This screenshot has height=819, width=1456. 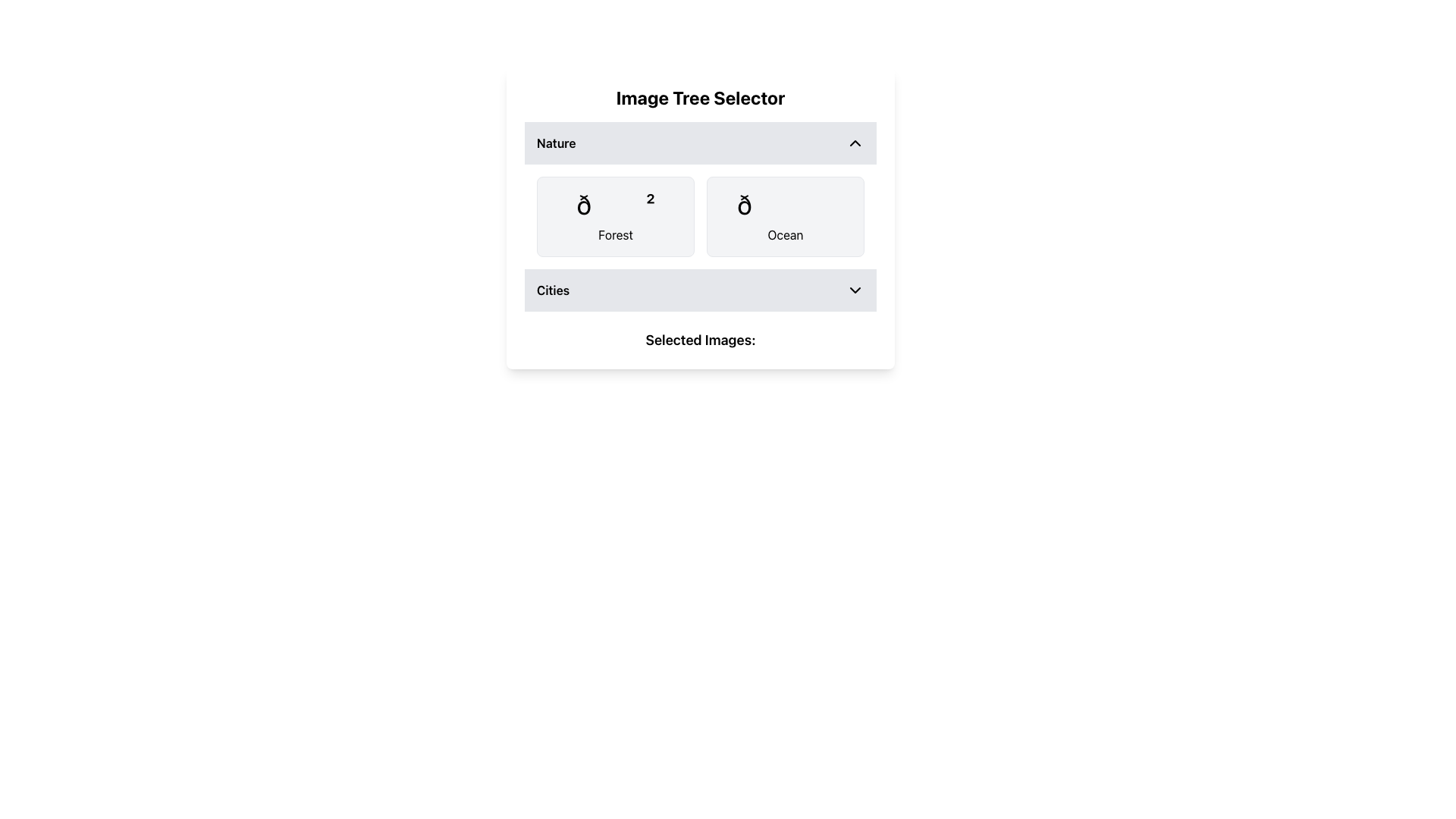 What do you see at coordinates (855, 143) in the screenshot?
I see `the upward chevron-shaped icon located on the right side of the 'Nature' title bar` at bounding box center [855, 143].